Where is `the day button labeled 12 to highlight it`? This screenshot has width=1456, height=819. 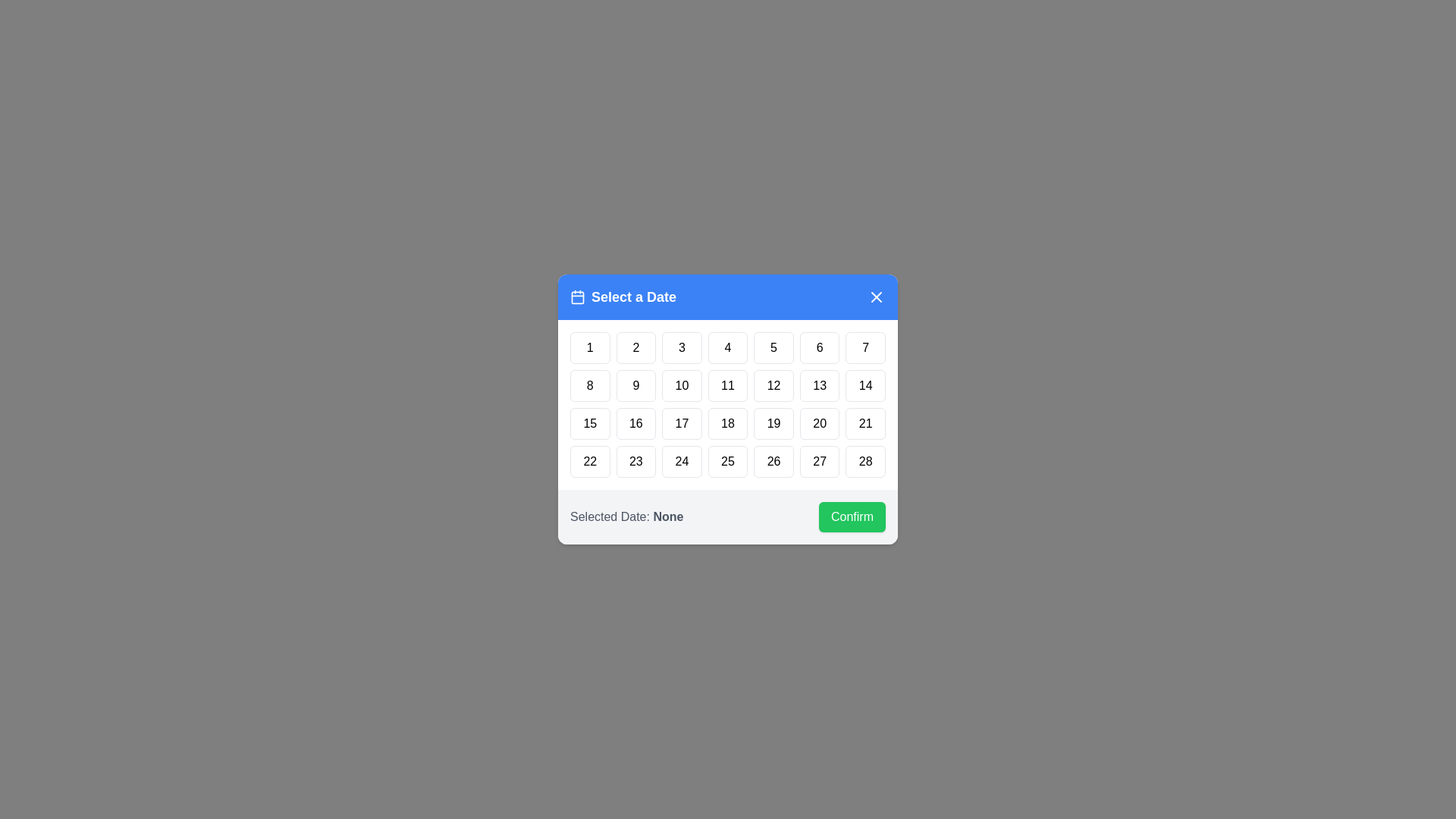
the day button labeled 12 to highlight it is located at coordinates (774, 385).